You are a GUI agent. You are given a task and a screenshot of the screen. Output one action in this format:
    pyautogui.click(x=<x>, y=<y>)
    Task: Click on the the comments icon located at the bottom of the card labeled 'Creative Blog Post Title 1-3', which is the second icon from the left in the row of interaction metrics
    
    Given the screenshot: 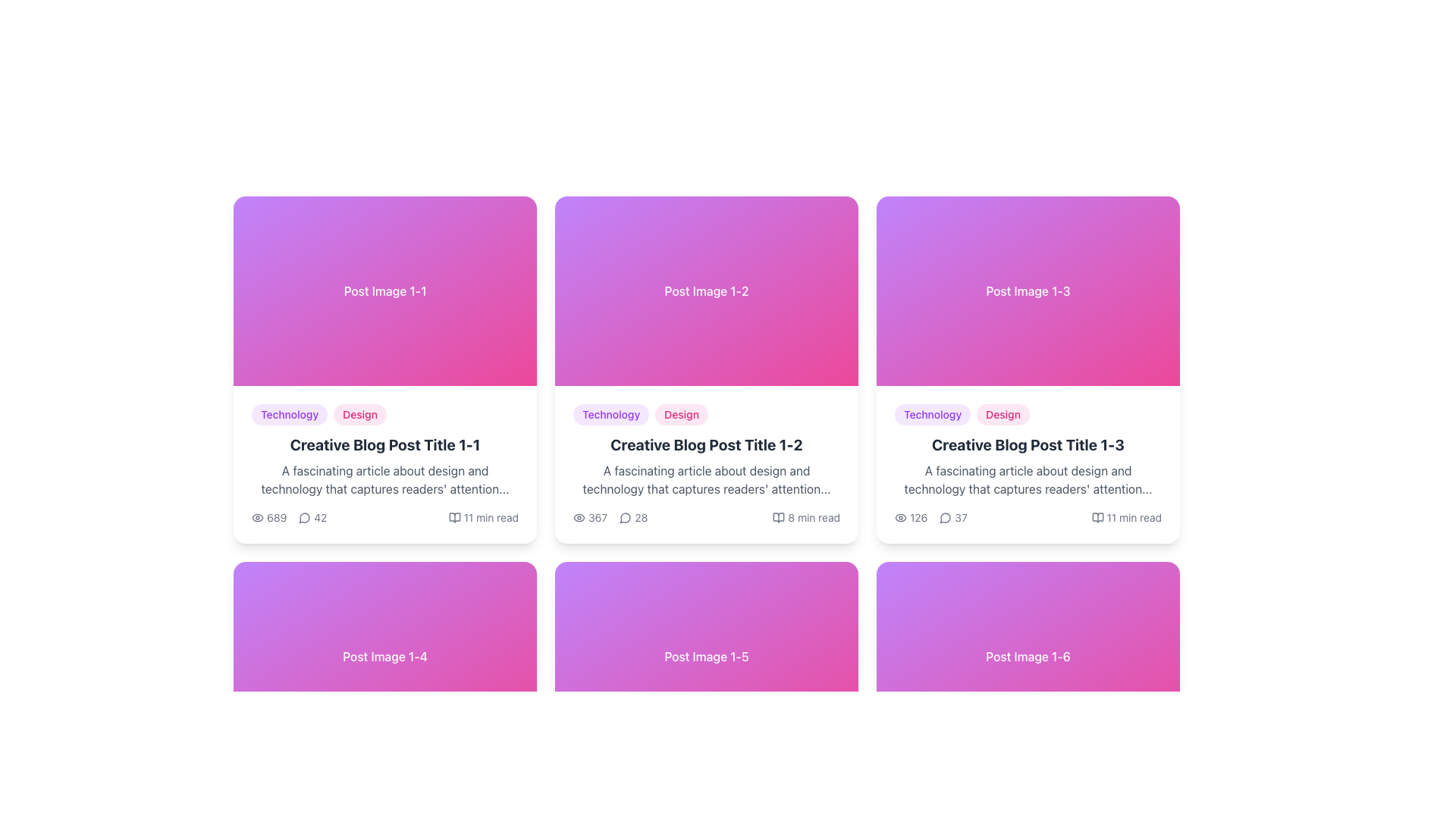 What is the action you would take?
    pyautogui.click(x=945, y=517)
    